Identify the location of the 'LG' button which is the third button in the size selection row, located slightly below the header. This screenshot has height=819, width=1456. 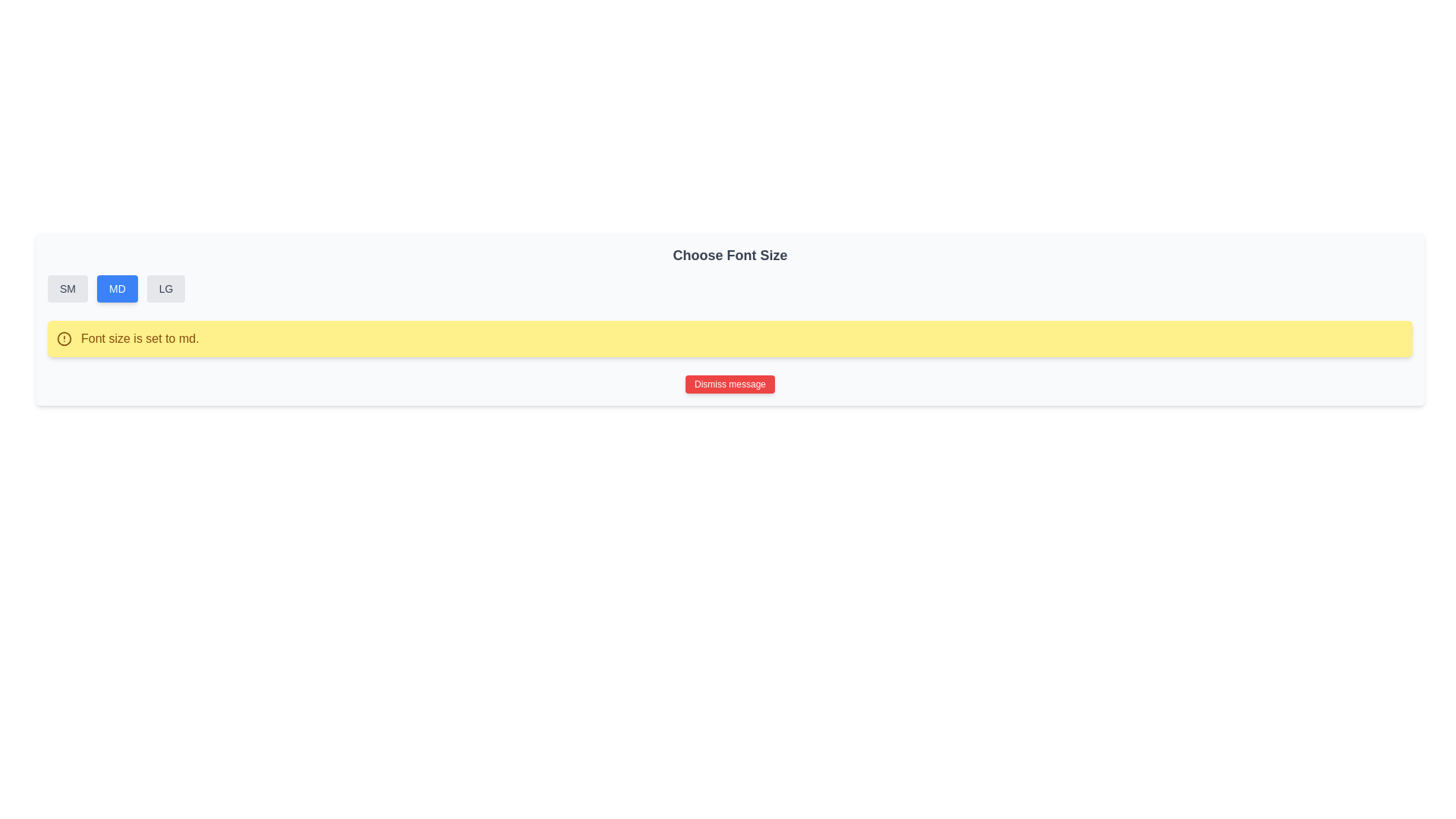
(166, 289).